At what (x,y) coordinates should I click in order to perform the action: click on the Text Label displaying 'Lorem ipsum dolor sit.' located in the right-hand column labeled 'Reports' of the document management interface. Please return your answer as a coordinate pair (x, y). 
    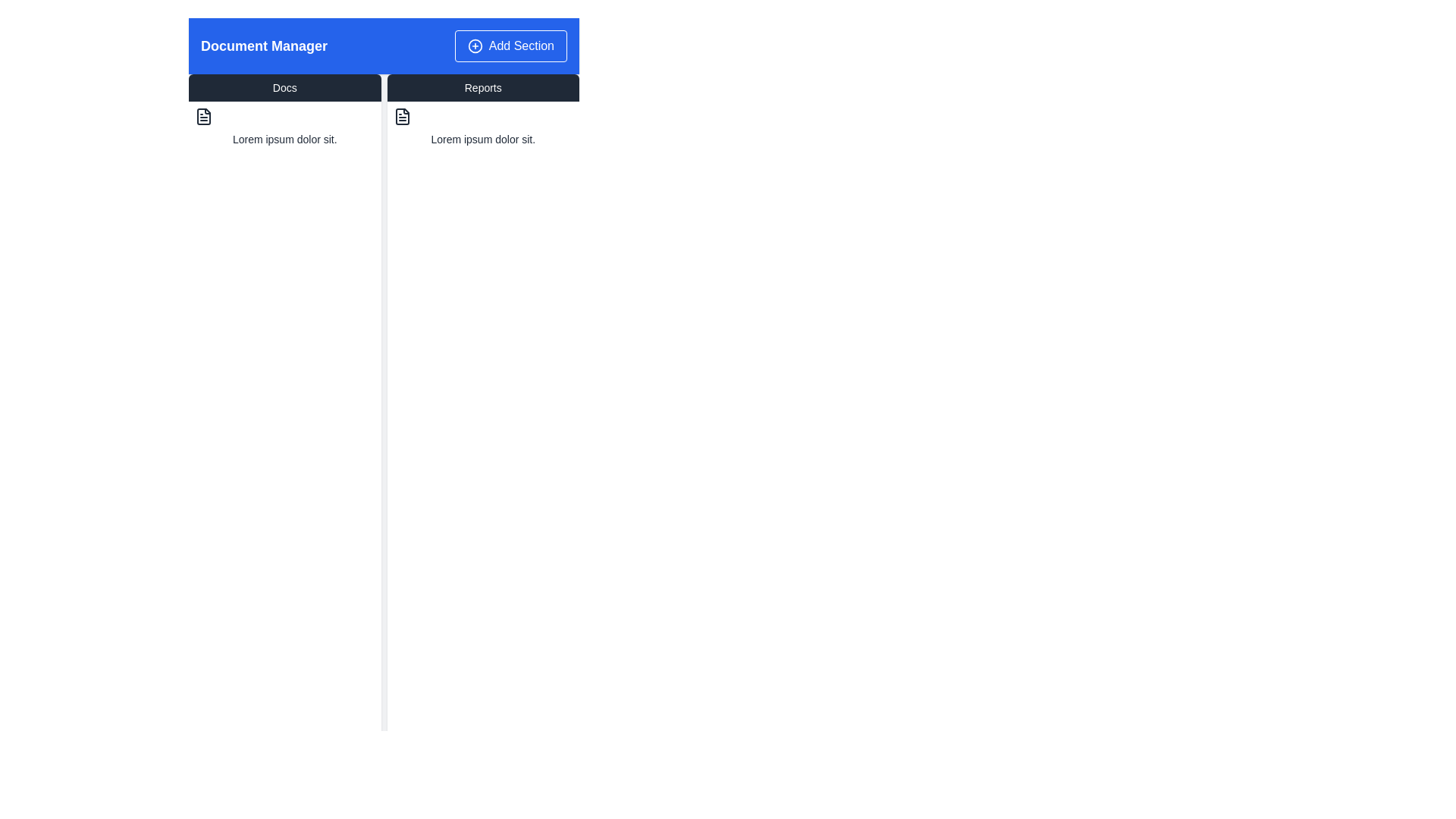
    Looking at the image, I should click on (482, 140).